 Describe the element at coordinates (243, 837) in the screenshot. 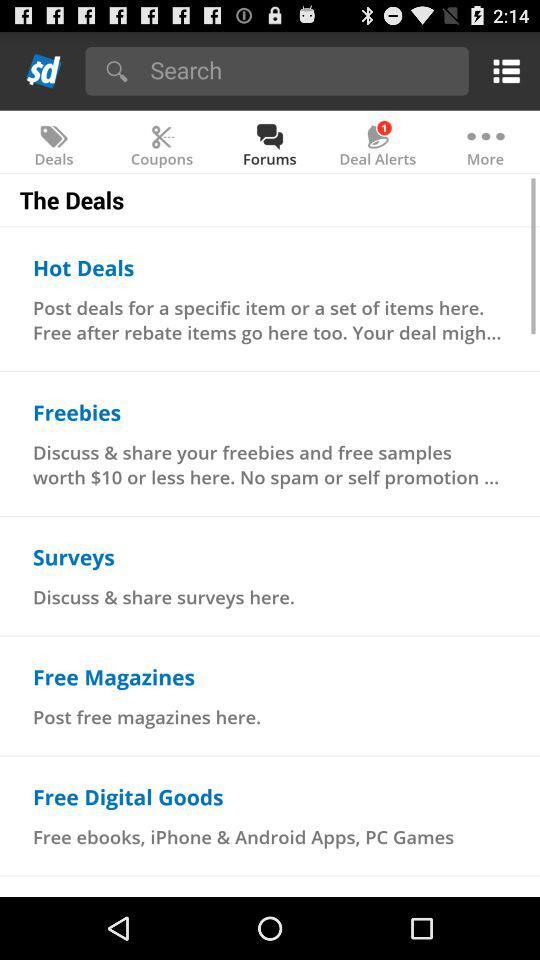

I see `free ebooks iphone item` at that location.